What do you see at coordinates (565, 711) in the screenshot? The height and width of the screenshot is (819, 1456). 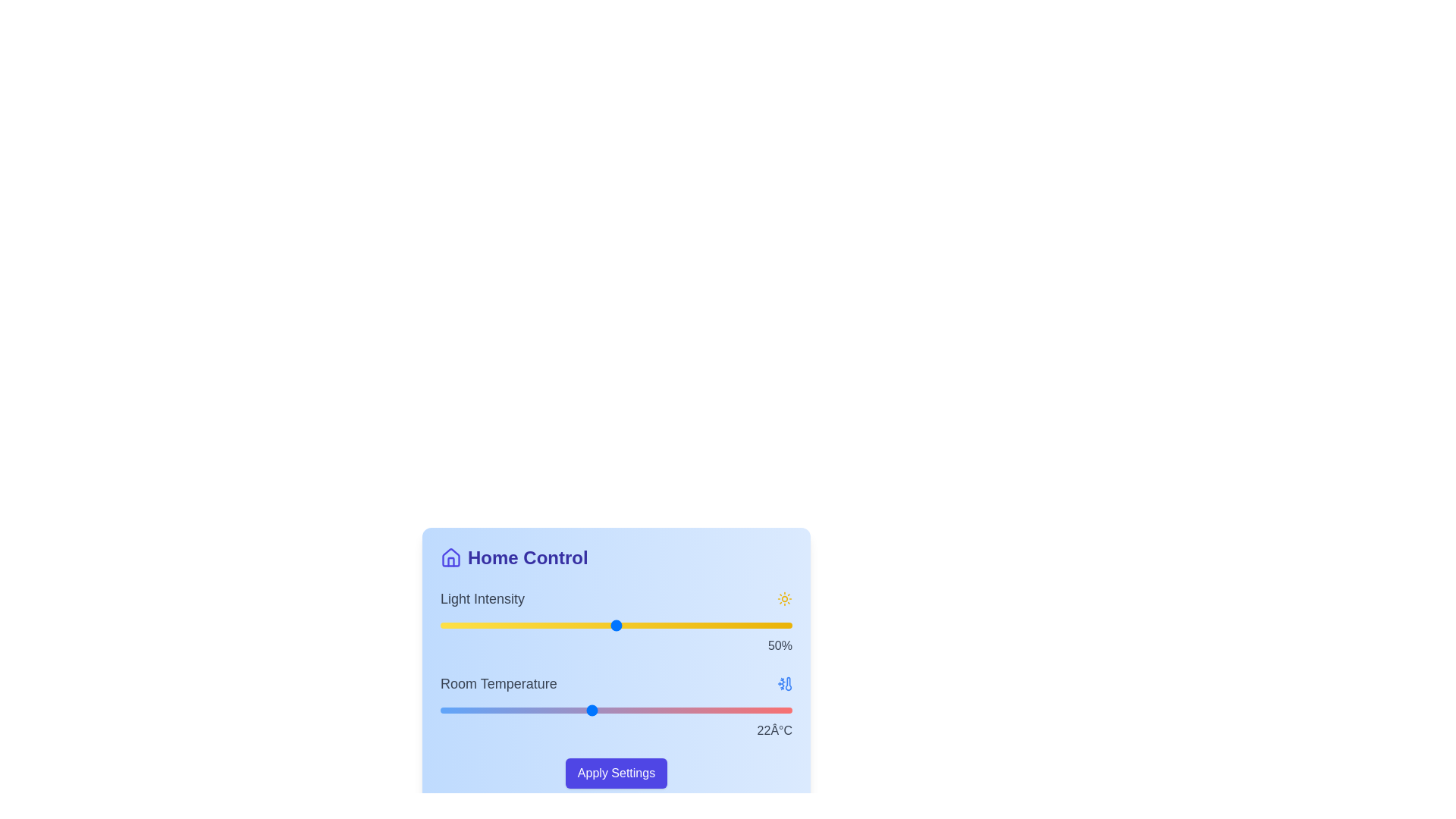 I see `the room temperature slider to 21 degrees Celsius` at bounding box center [565, 711].